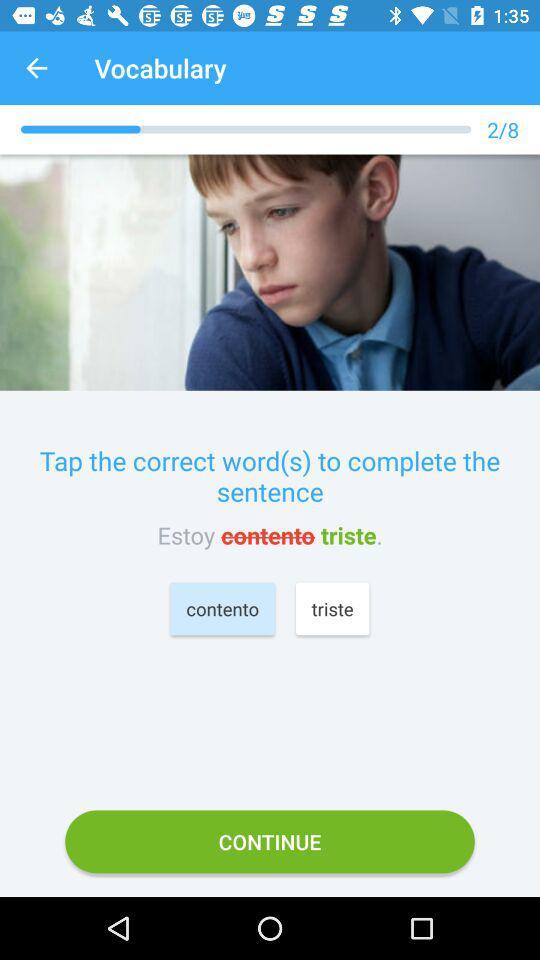 This screenshot has height=960, width=540. Describe the element at coordinates (36, 68) in the screenshot. I see `app to the left of the vocabulary item` at that location.